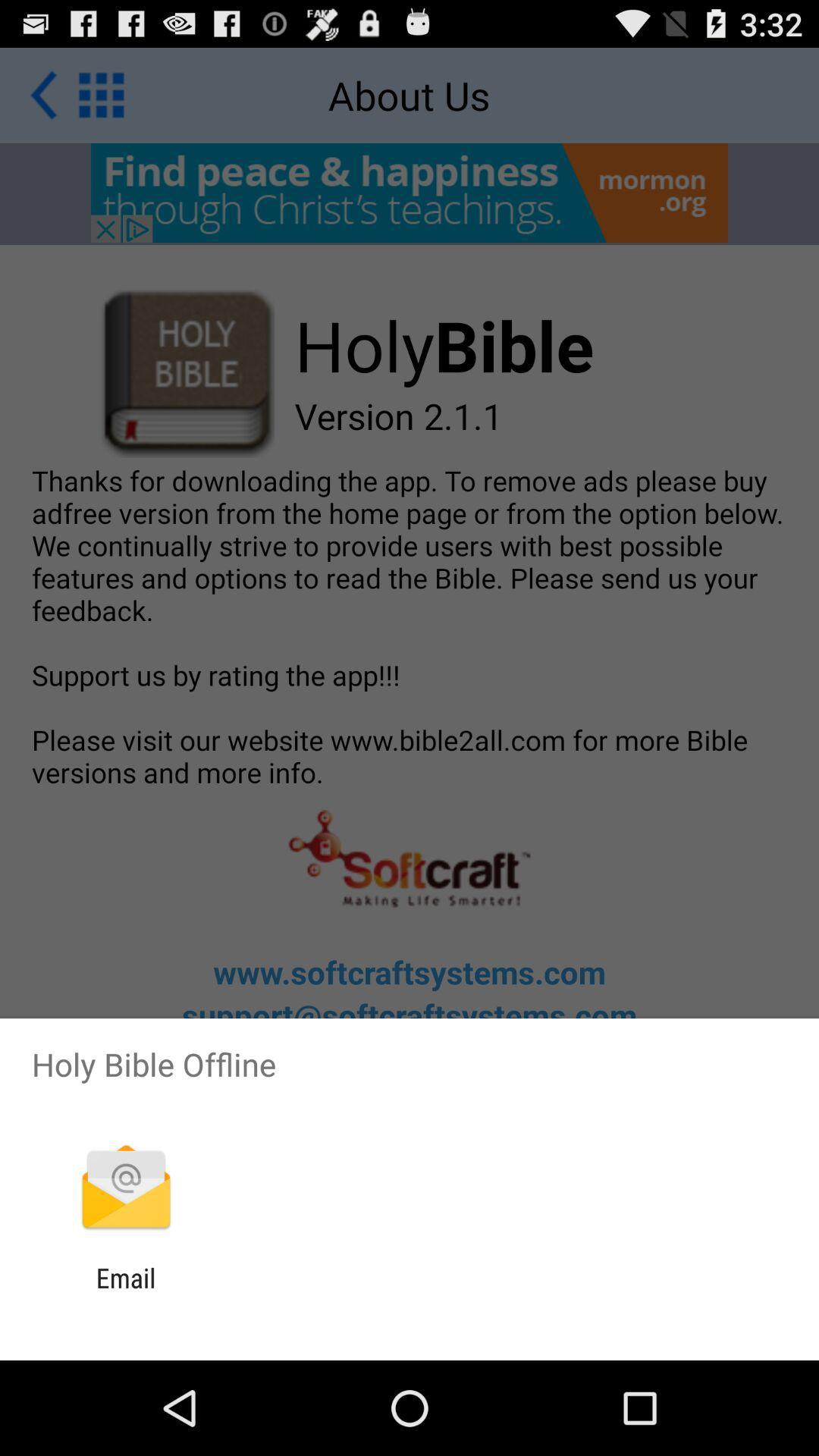  I want to click on the email, so click(125, 1293).